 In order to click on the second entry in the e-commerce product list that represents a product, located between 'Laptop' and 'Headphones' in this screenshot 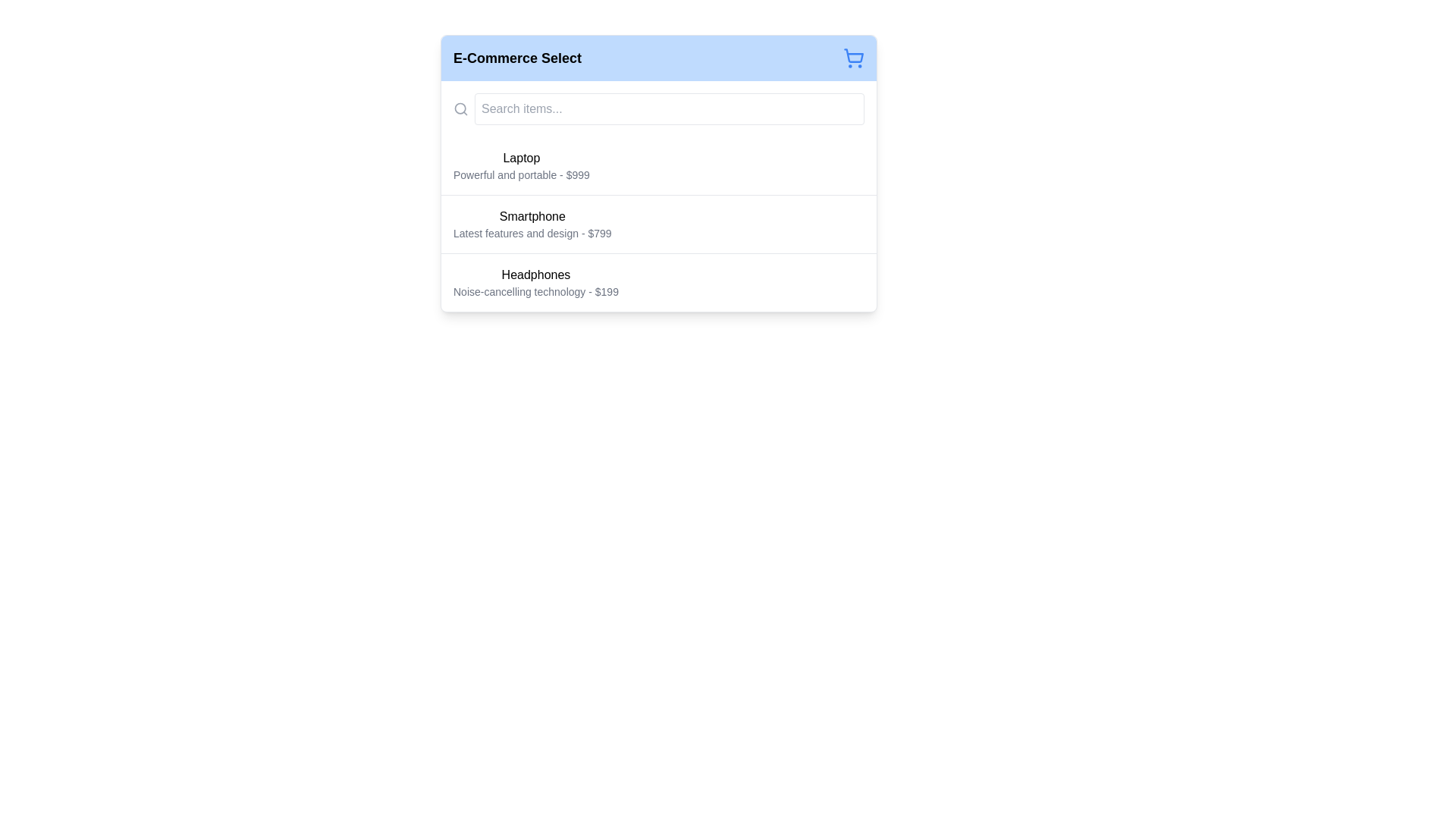, I will do `click(658, 223)`.